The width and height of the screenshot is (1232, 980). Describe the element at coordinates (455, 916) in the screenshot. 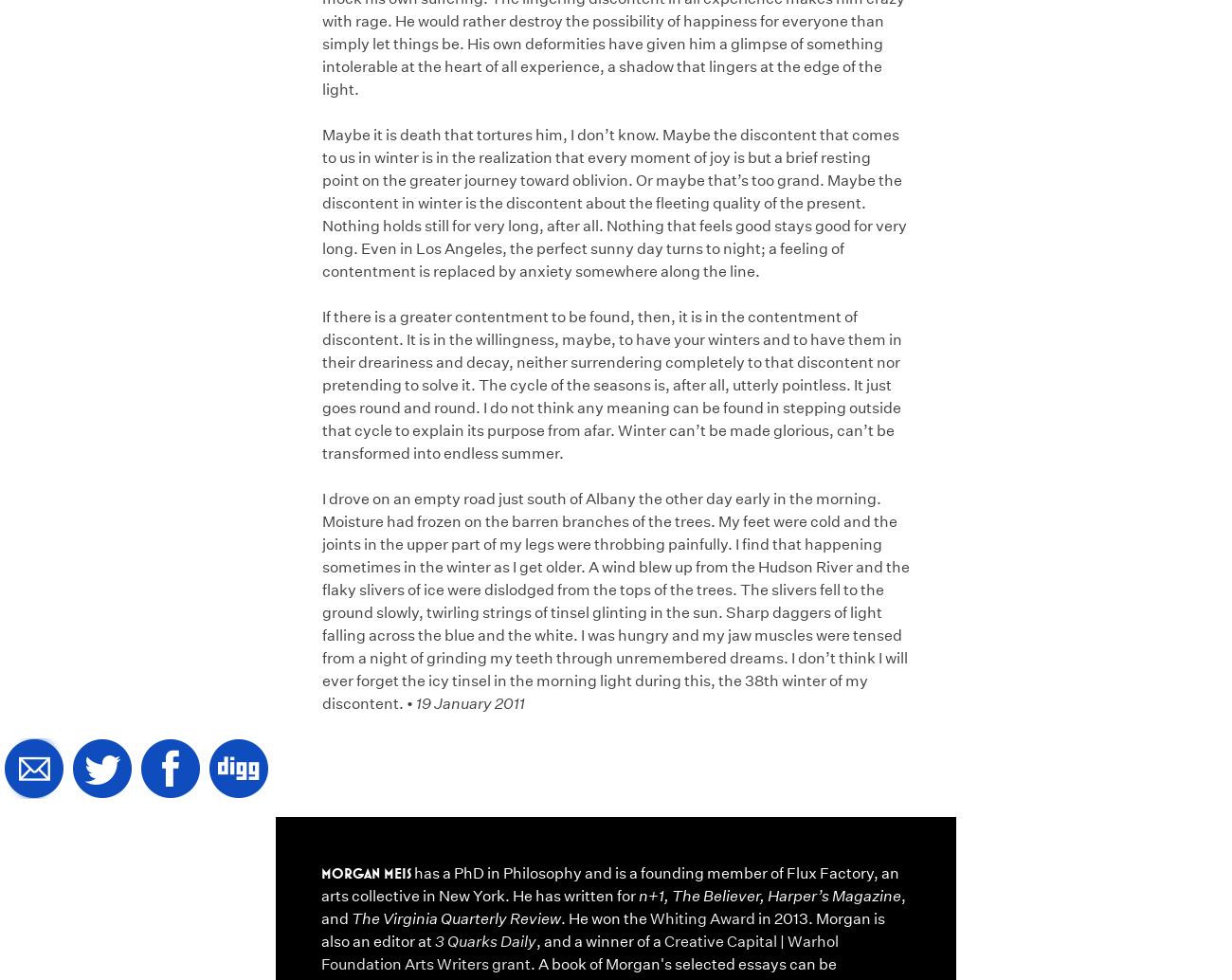

I see `'The Virginia Quarterly Review'` at that location.